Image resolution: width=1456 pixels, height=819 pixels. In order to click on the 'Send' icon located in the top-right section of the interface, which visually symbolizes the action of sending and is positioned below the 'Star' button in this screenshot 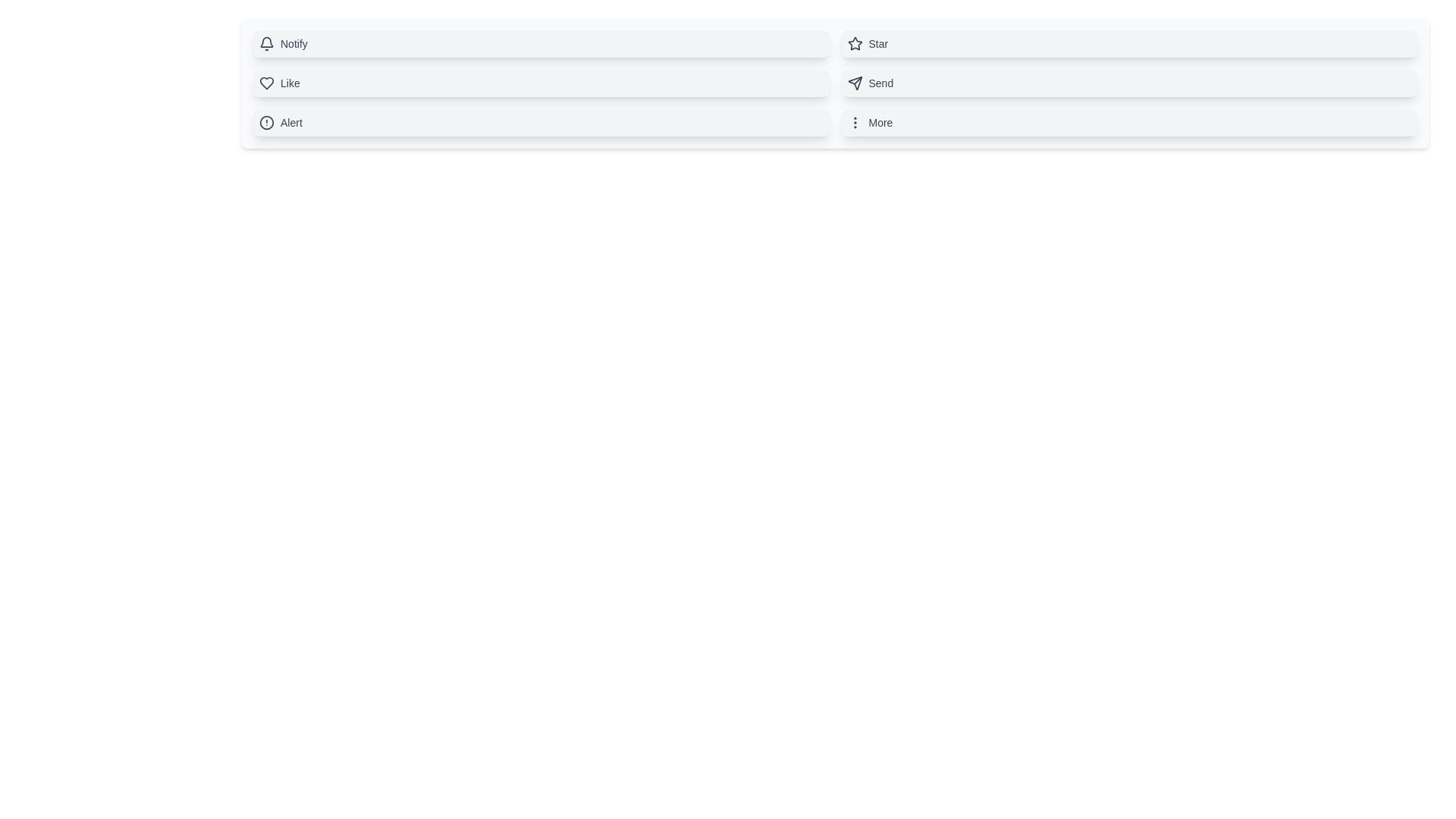, I will do `click(855, 83)`.